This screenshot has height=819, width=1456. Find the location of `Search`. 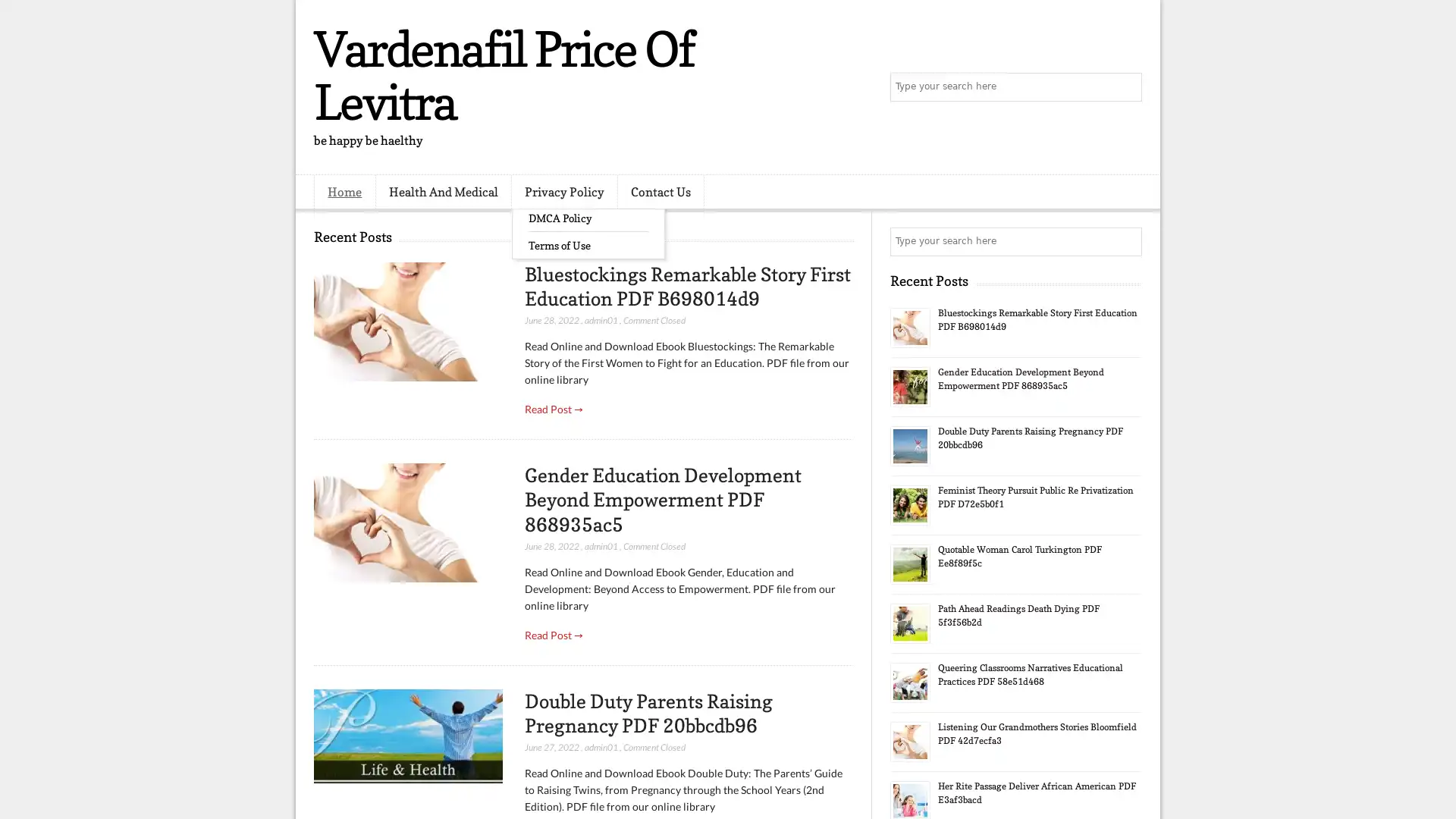

Search is located at coordinates (1126, 87).